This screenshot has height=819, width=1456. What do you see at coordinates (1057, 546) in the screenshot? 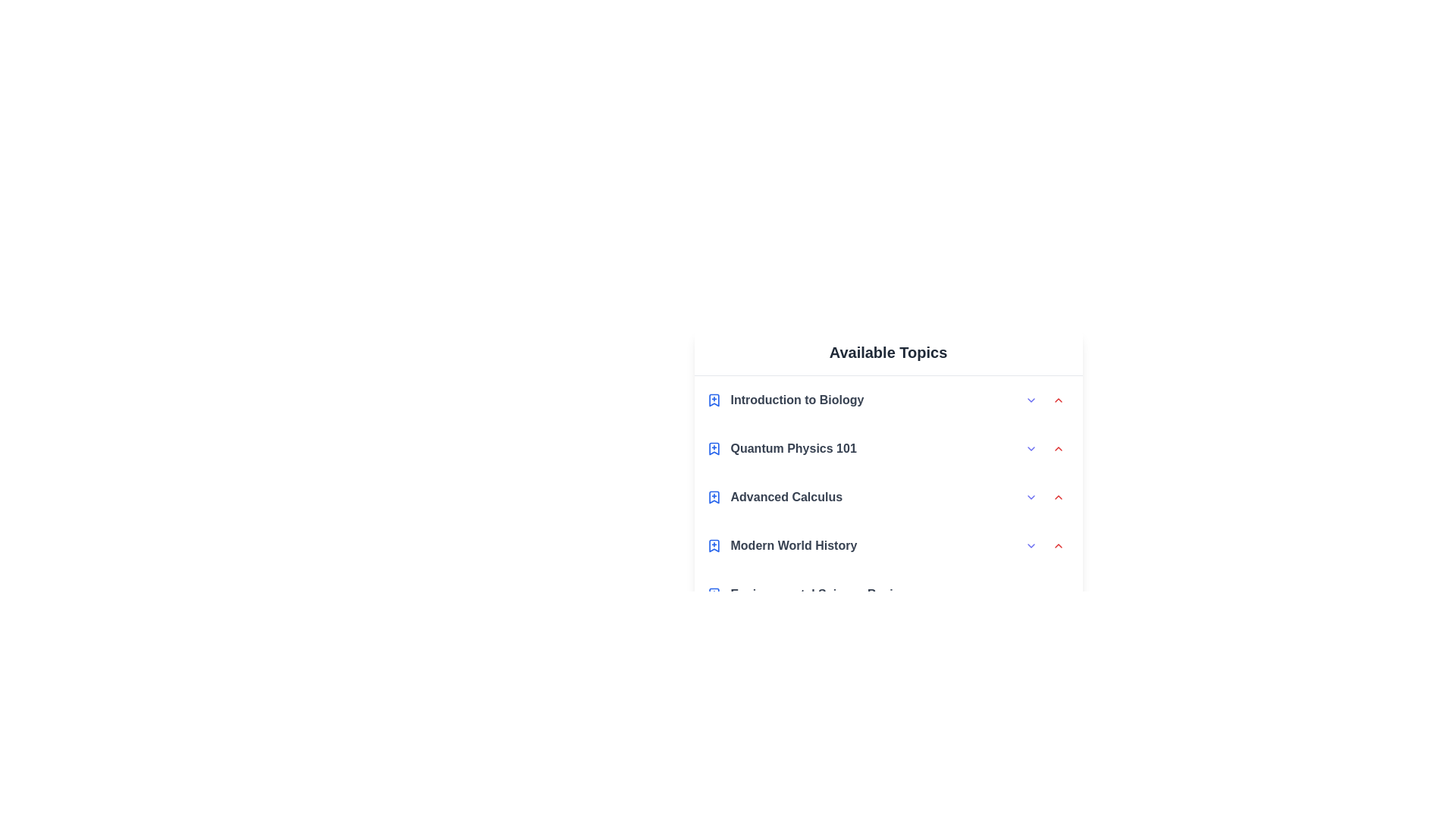
I see `the collapse arrow for the topic Modern World History` at bounding box center [1057, 546].